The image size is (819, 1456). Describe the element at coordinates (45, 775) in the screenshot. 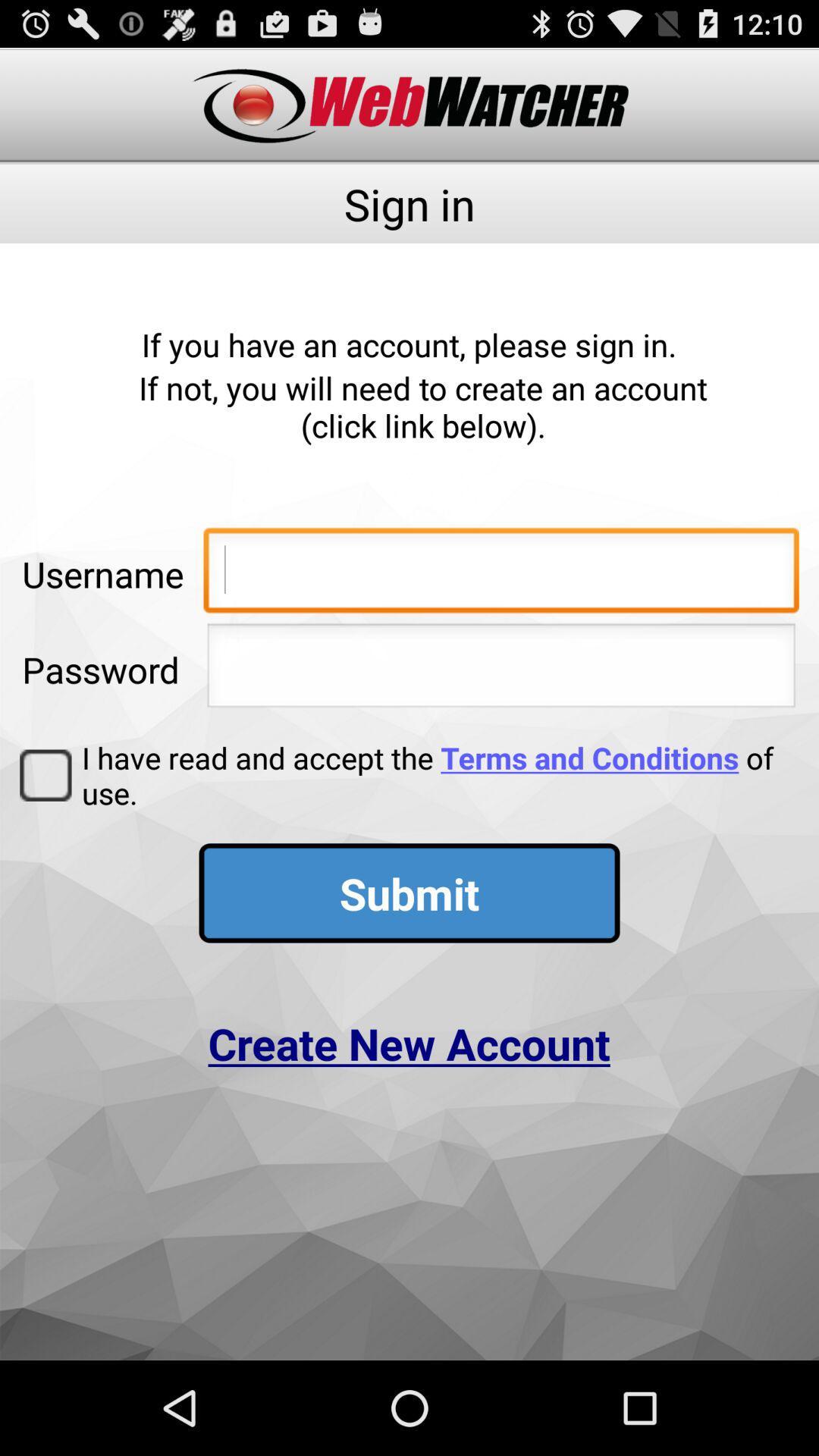

I see `item to the left of the i have read item` at that location.